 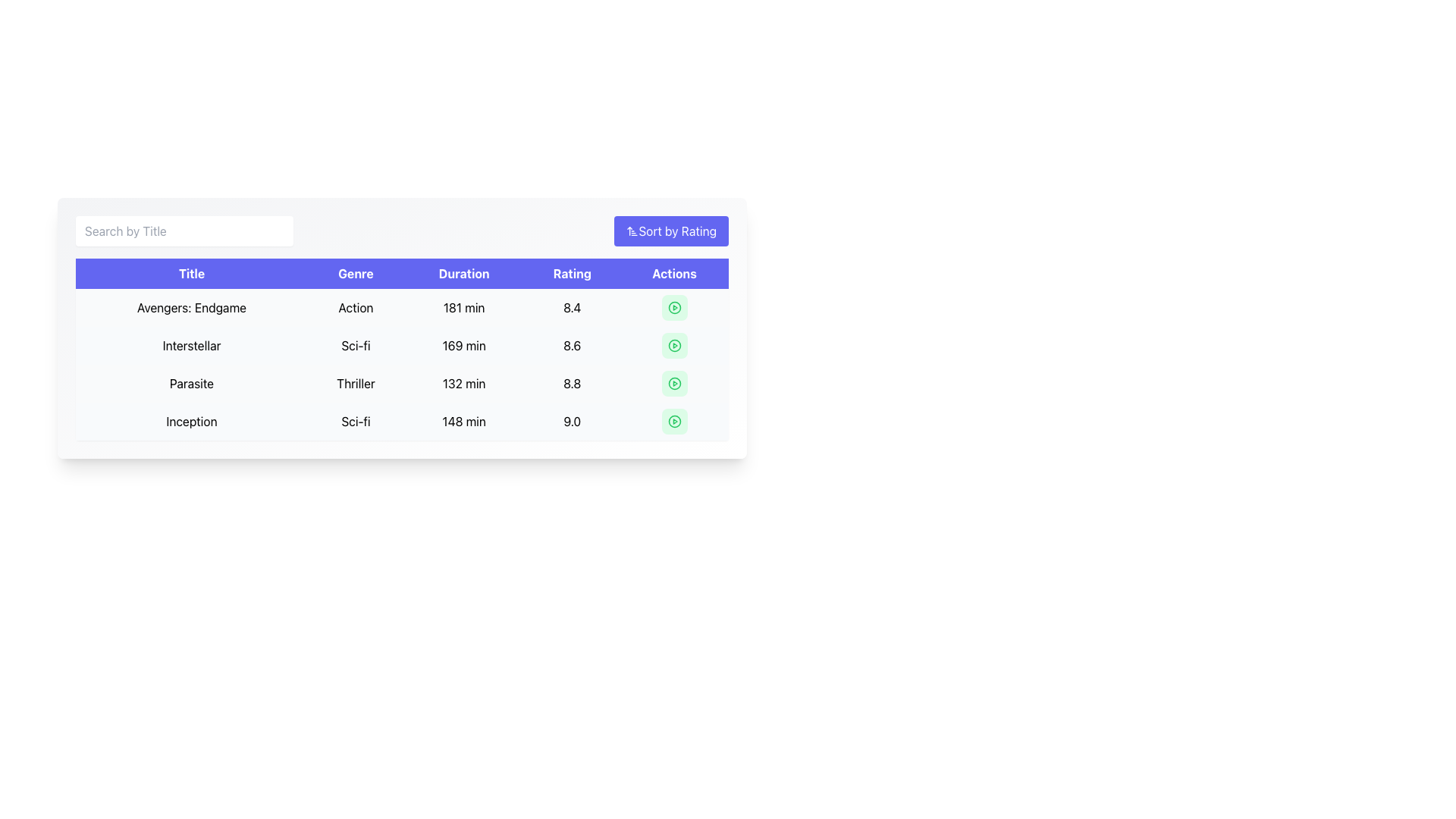 What do you see at coordinates (632, 231) in the screenshot?
I see `the sorting order icon located inside the blue 'Sort by Rating' button in the top-right area of the interface, positioned left to the text` at bounding box center [632, 231].